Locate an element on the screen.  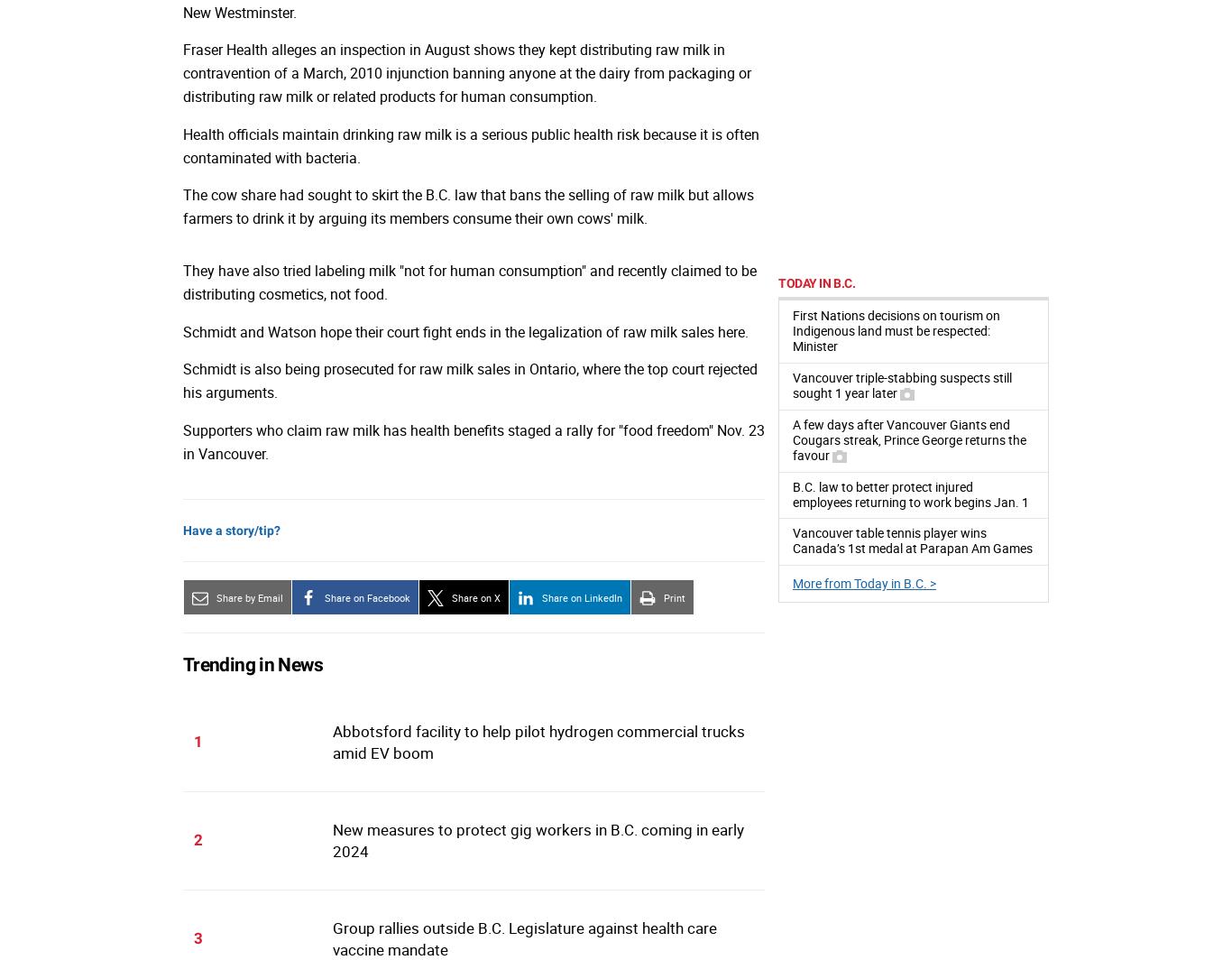
'Share on LinkedIn' is located at coordinates (581, 596).